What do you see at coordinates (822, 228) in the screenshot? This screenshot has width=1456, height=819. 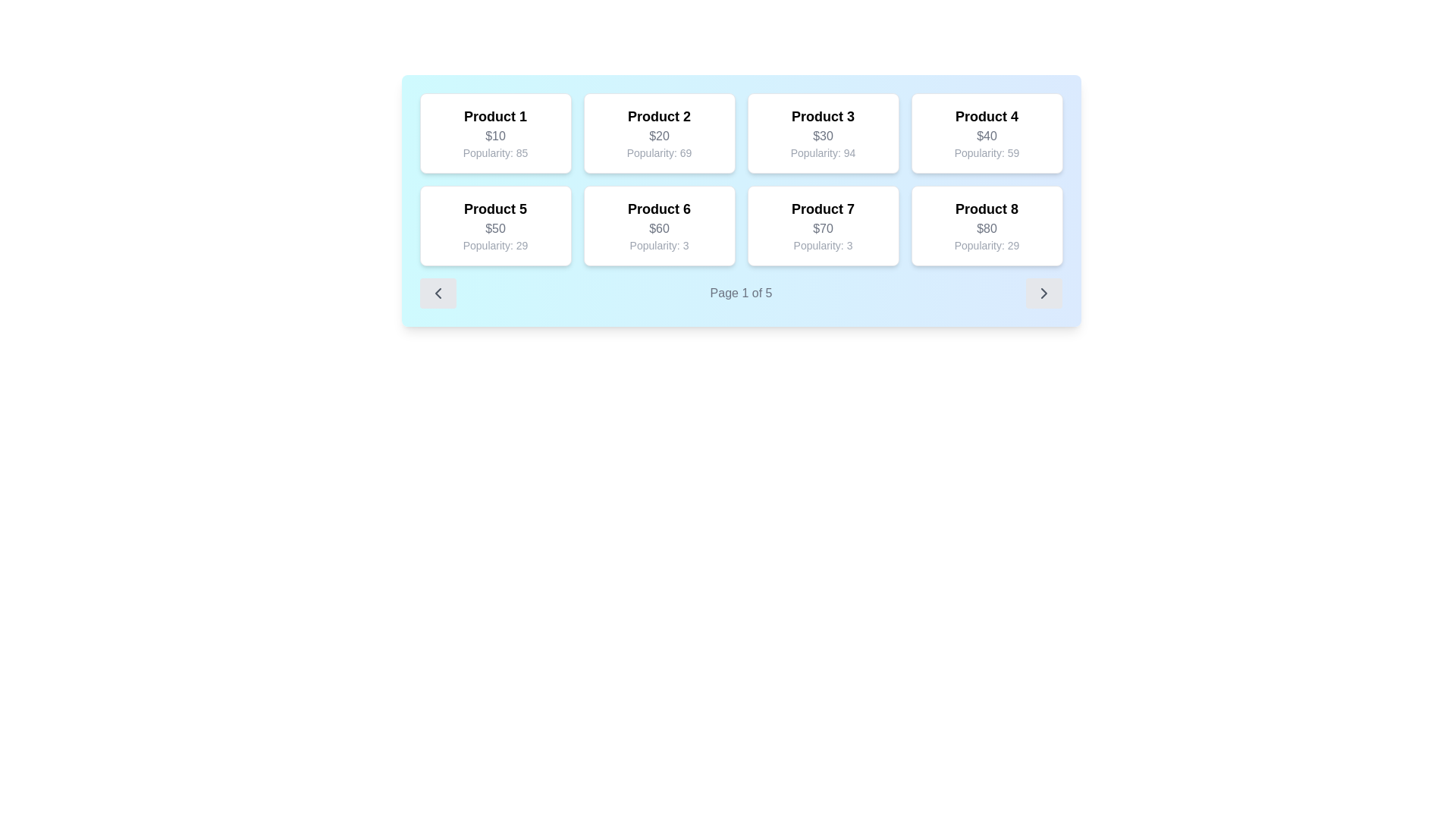 I see `text label displaying the price '$70' located below the product name 'Product 7' in the card layout` at bounding box center [822, 228].